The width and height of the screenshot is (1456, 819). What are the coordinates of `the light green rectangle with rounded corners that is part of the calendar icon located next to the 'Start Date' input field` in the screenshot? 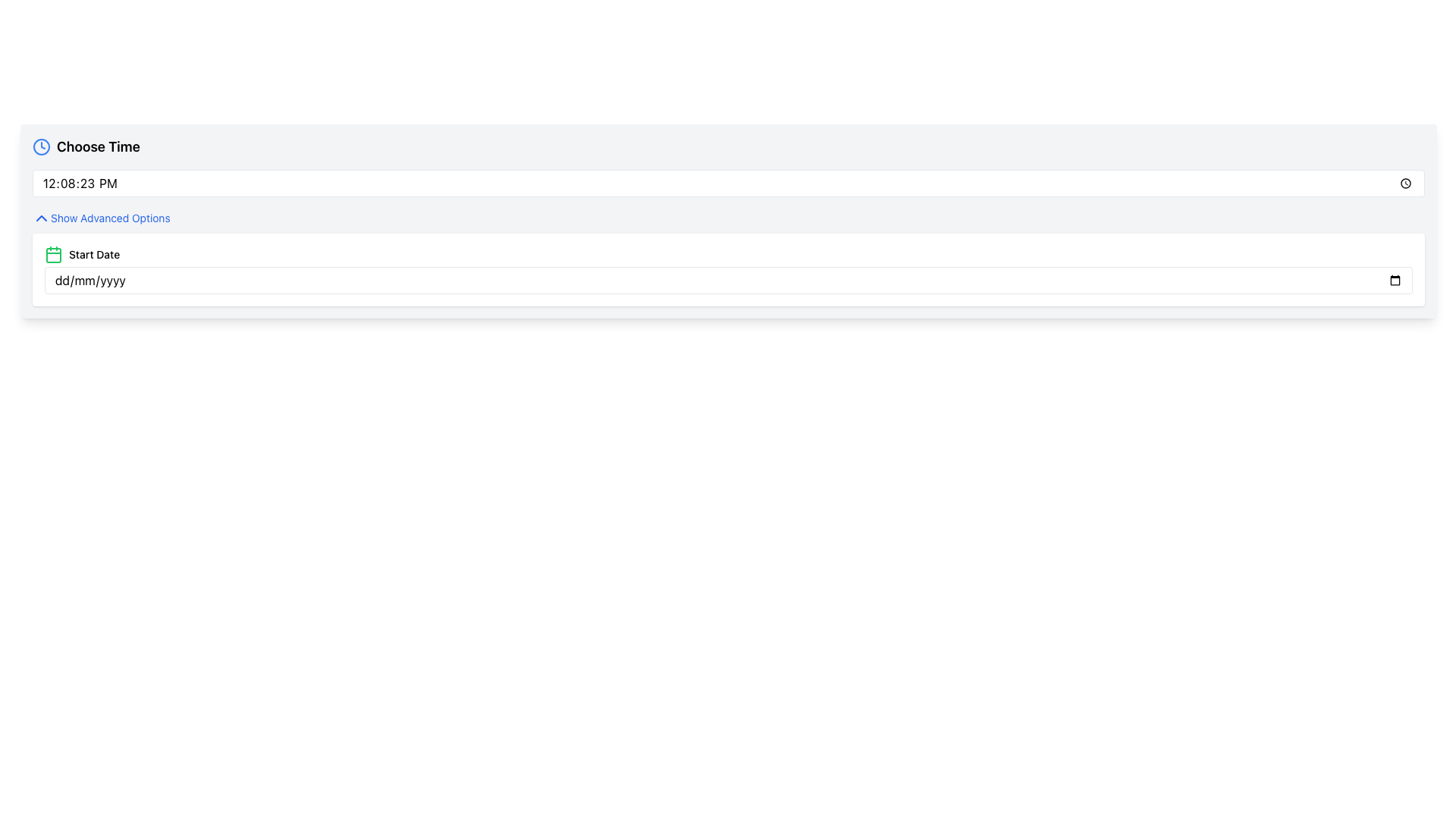 It's located at (54, 254).